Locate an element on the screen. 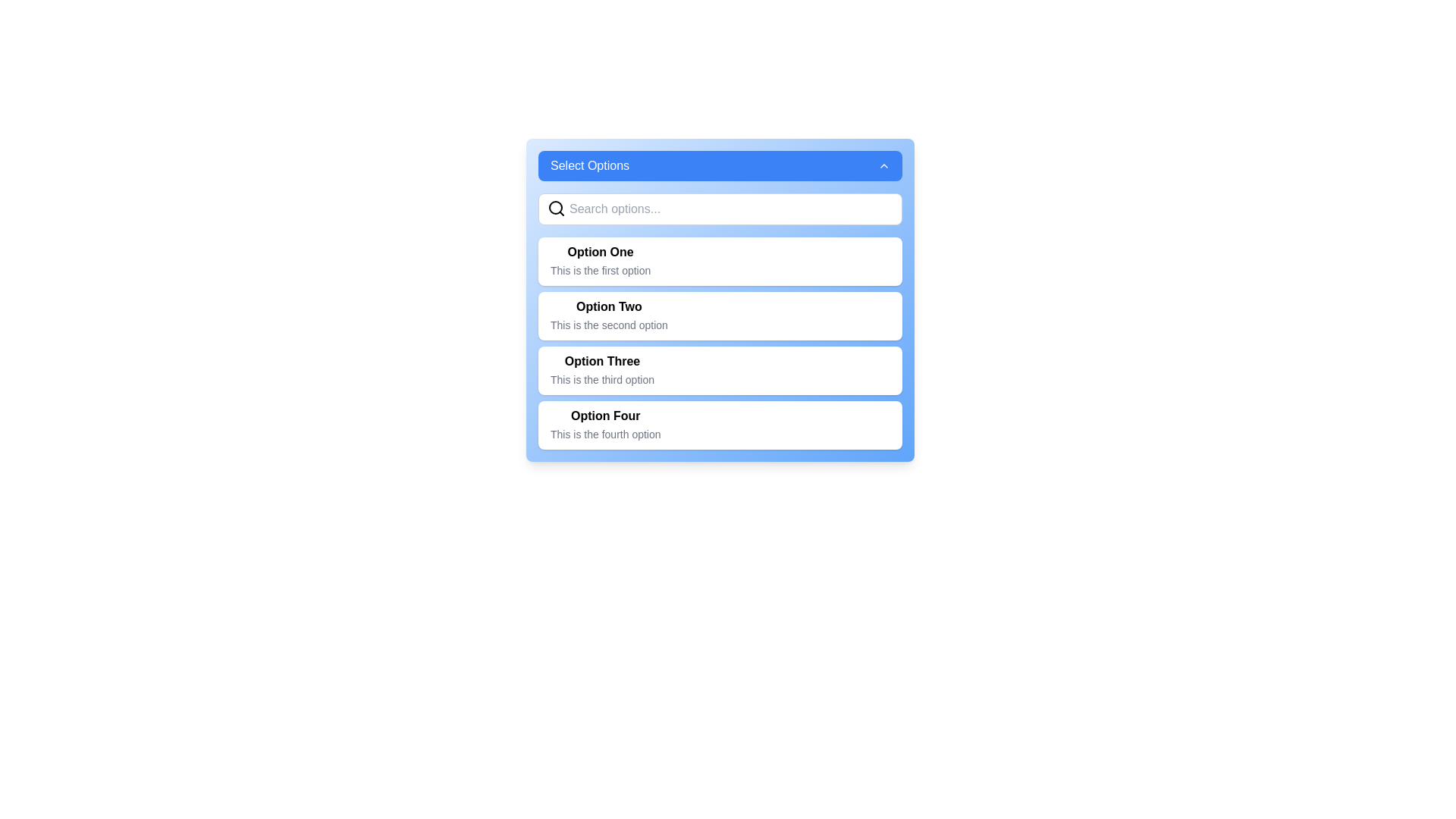  the first selectable list item titled 'Option One' with the subtitle 'This is the first option' is located at coordinates (600, 260).